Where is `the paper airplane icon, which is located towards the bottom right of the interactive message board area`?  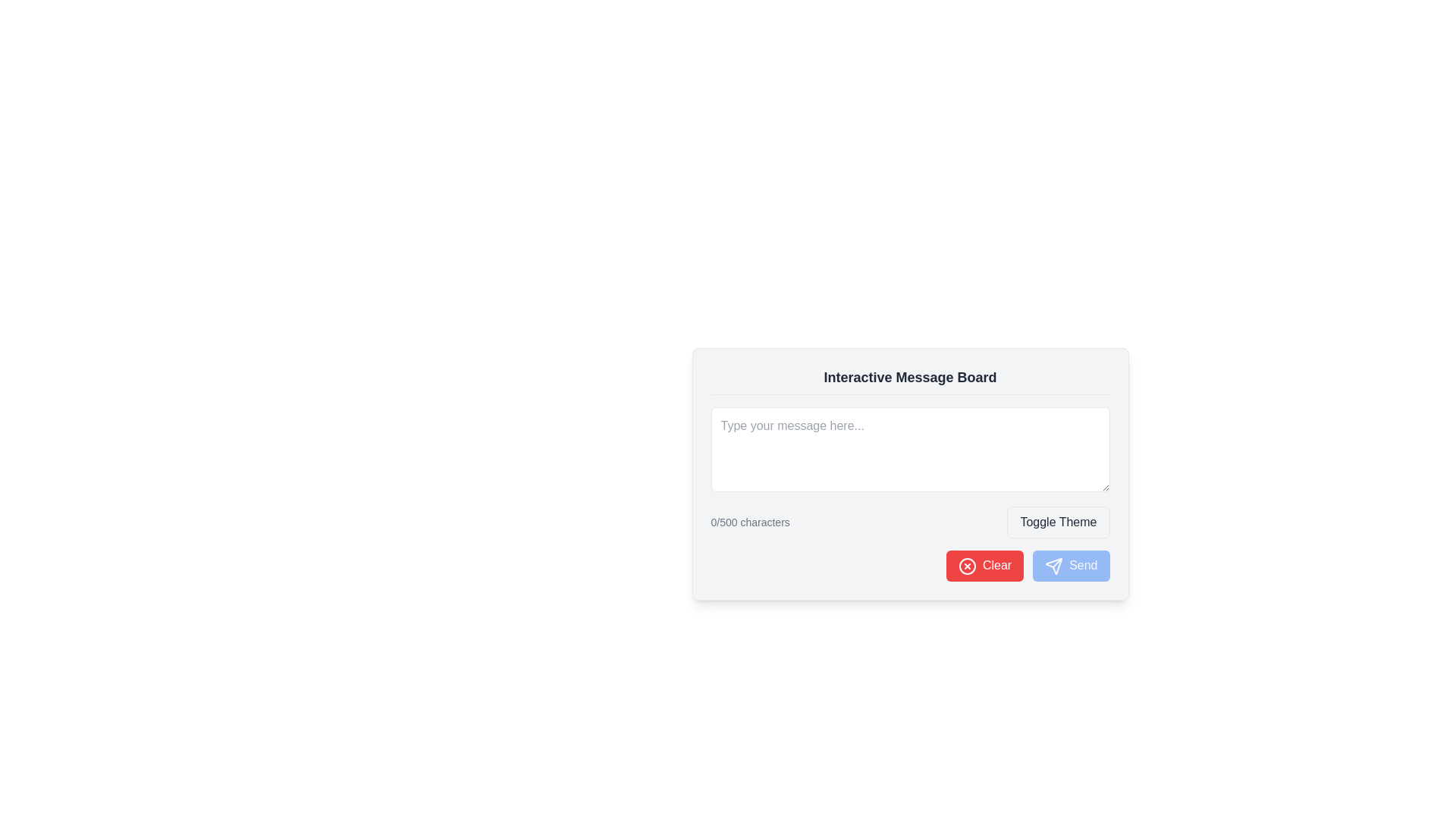 the paper airplane icon, which is located towards the bottom right of the interactive message board area is located at coordinates (1053, 565).